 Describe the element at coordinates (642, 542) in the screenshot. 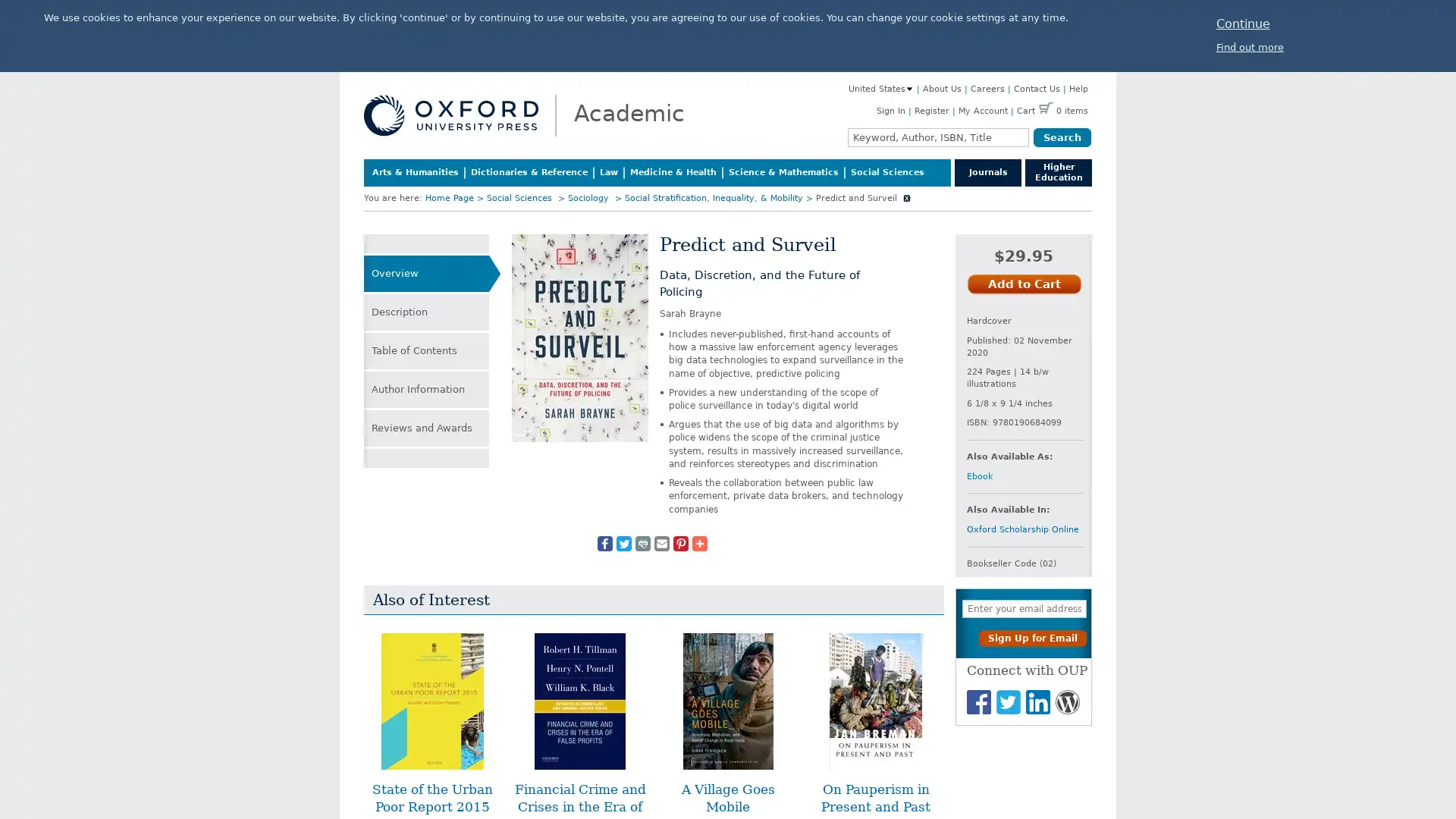

I see `Share to Print` at that location.